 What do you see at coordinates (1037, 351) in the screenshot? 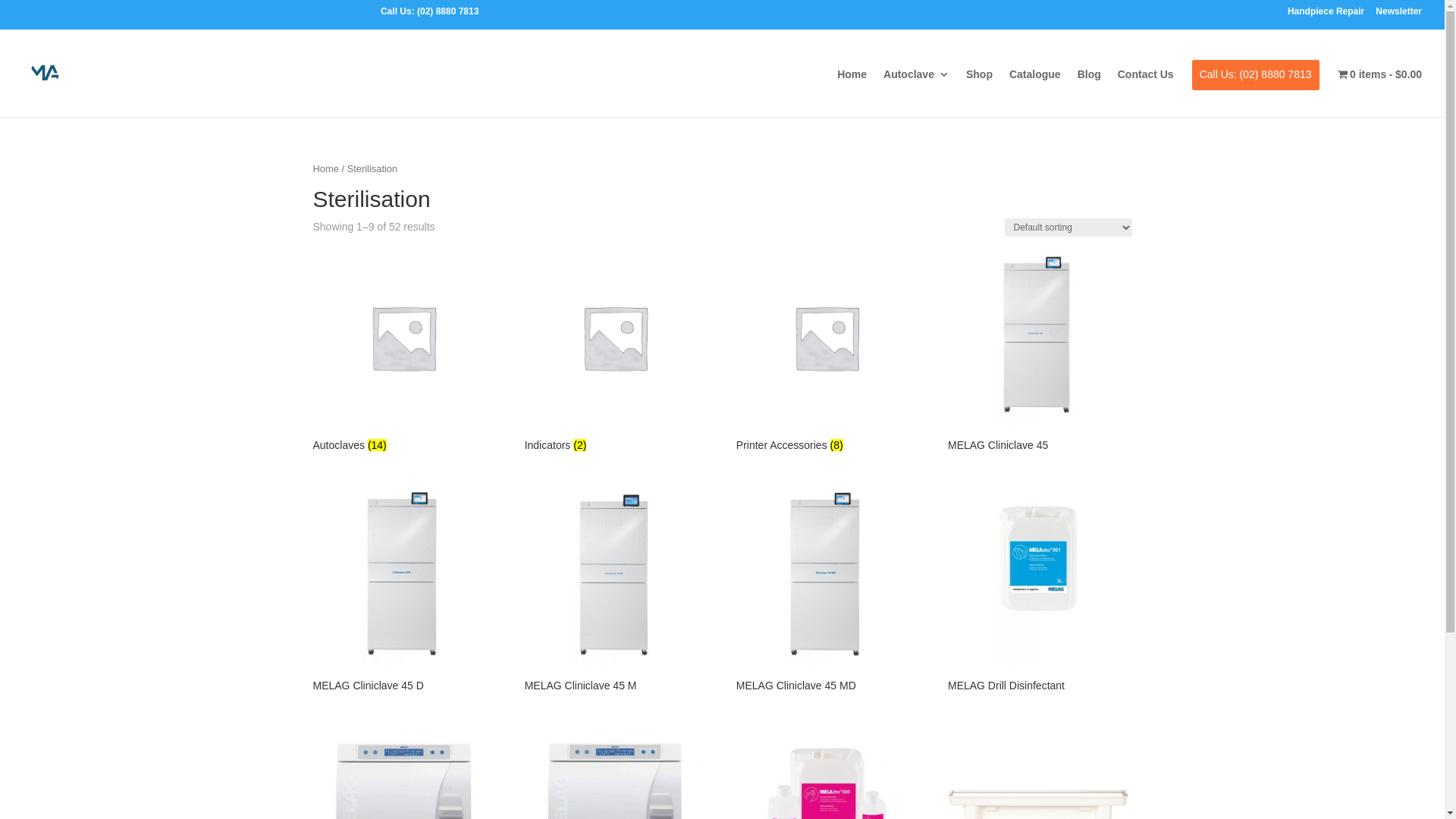
I see `'MELAG Cliniclave 45'` at bounding box center [1037, 351].